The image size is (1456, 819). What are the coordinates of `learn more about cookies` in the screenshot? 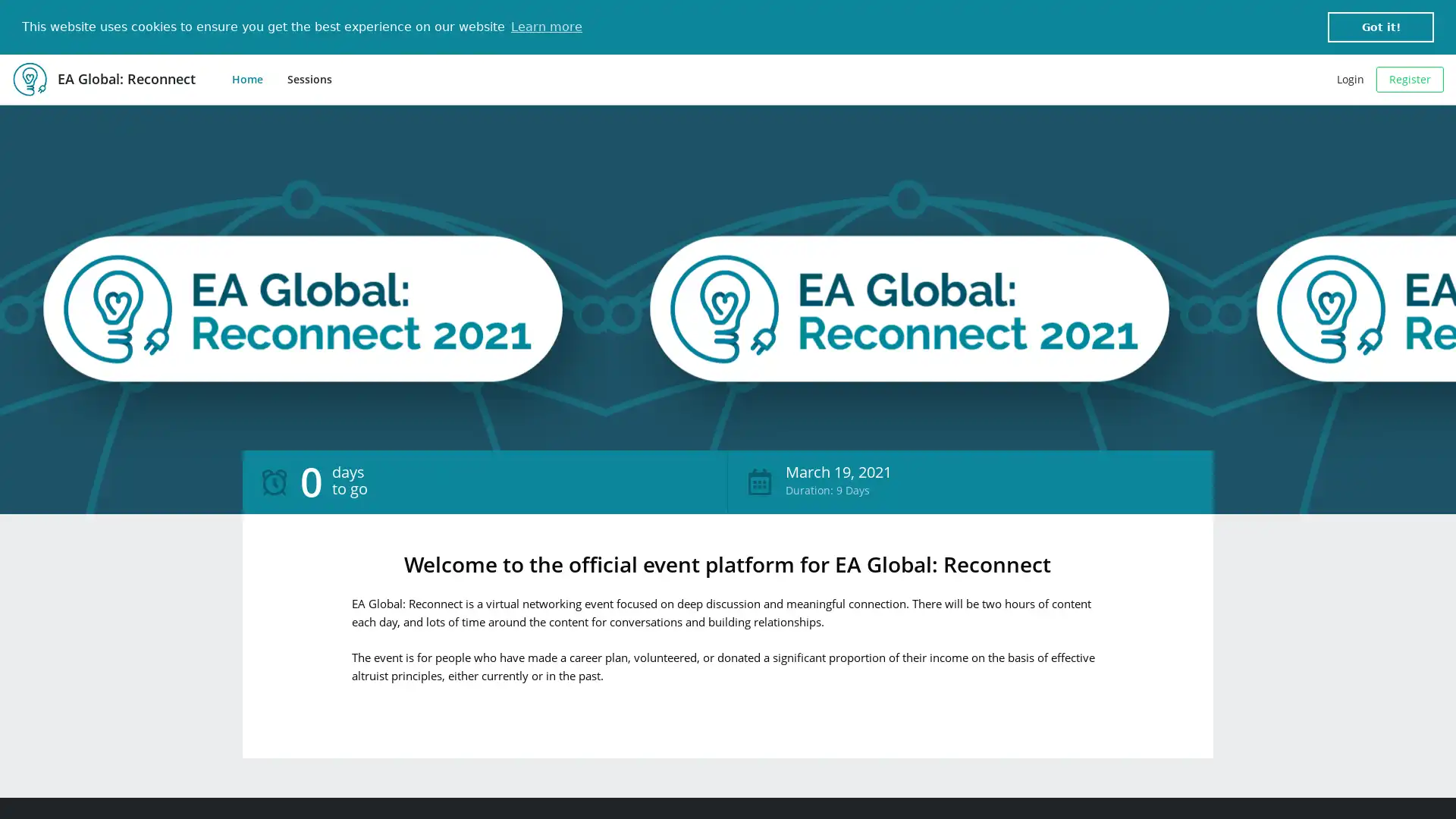 It's located at (546, 26).